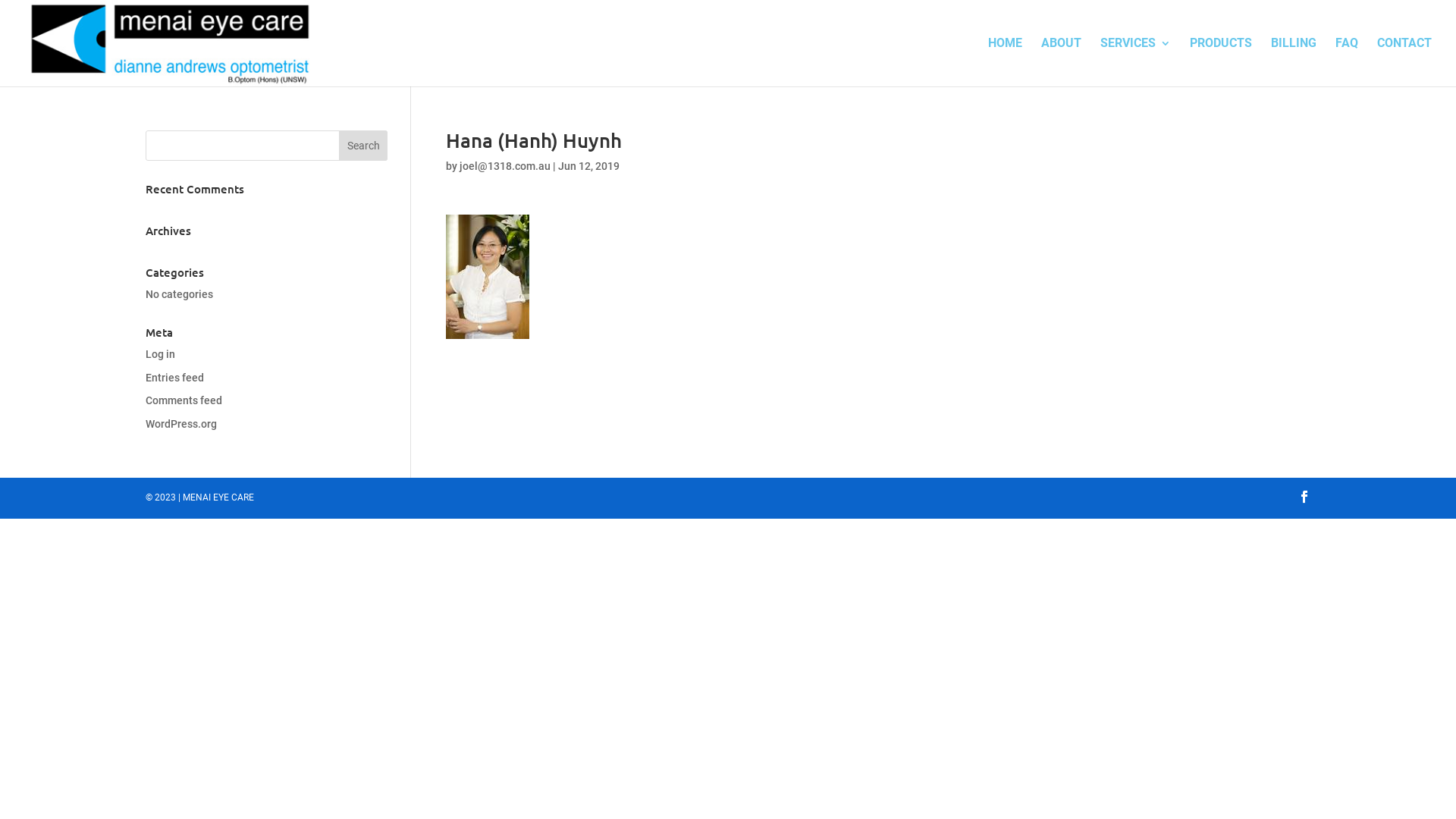 The image size is (1456, 819). I want to click on 'joel@1318.com.au', so click(458, 166).